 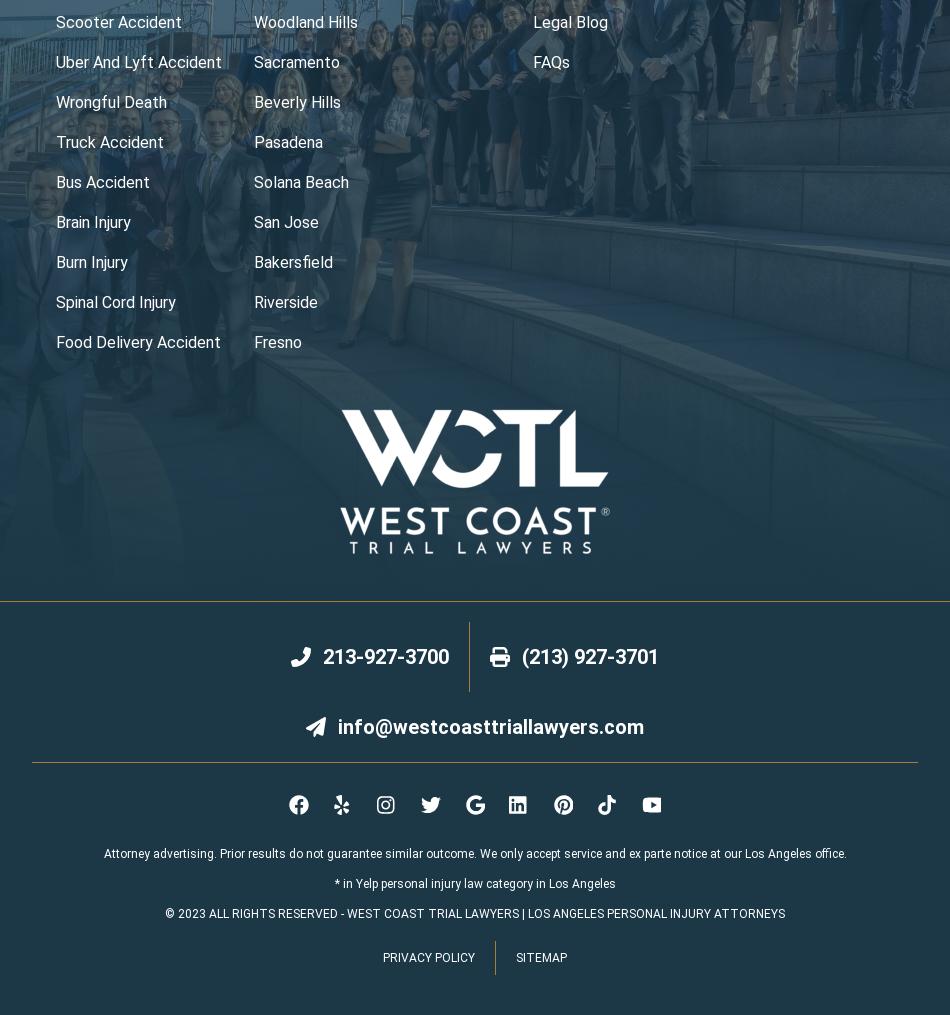 What do you see at coordinates (276, 341) in the screenshot?
I see `'Fresno'` at bounding box center [276, 341].